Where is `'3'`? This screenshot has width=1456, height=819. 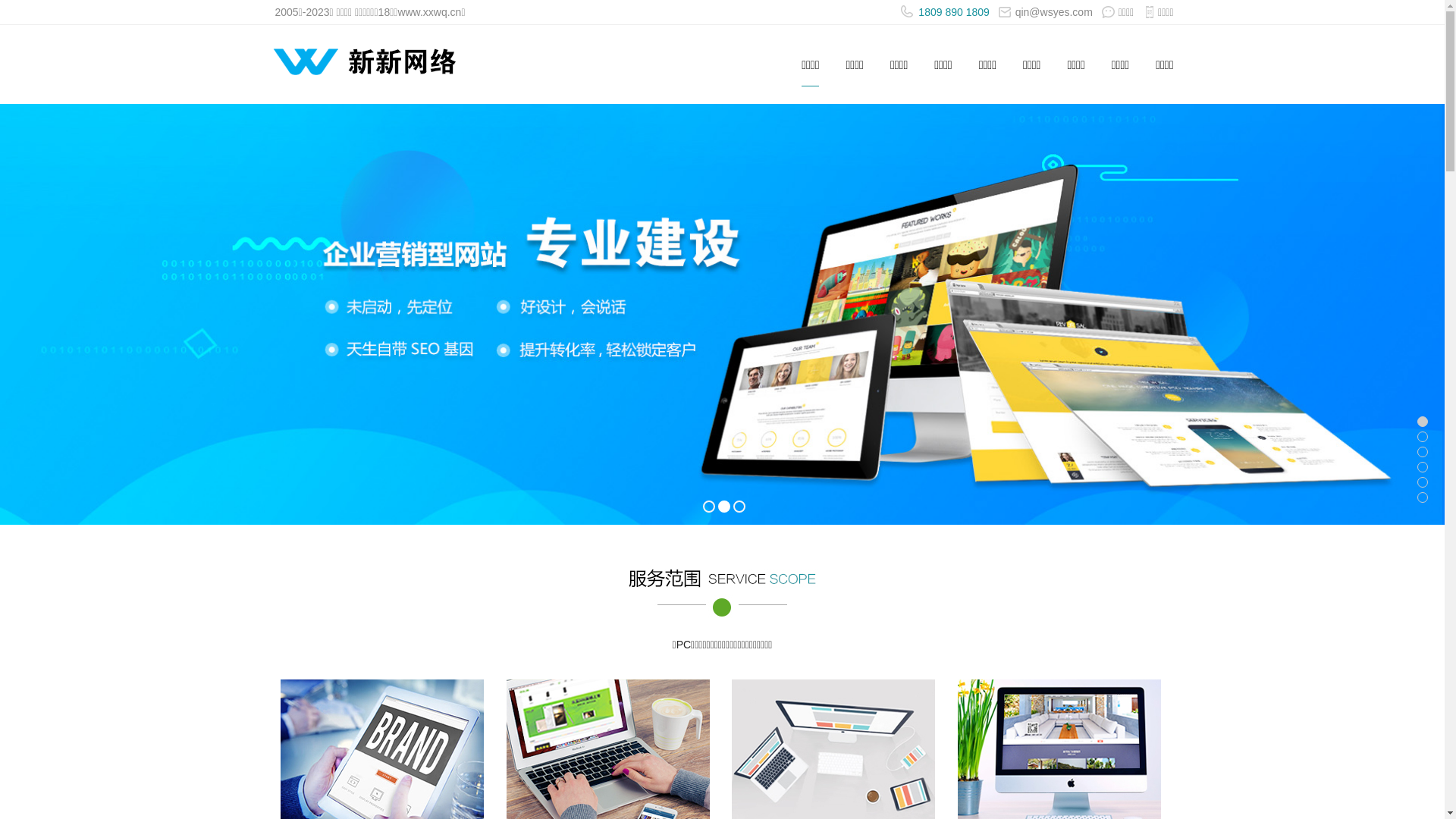 '3' is located at coordinates (739, 506).